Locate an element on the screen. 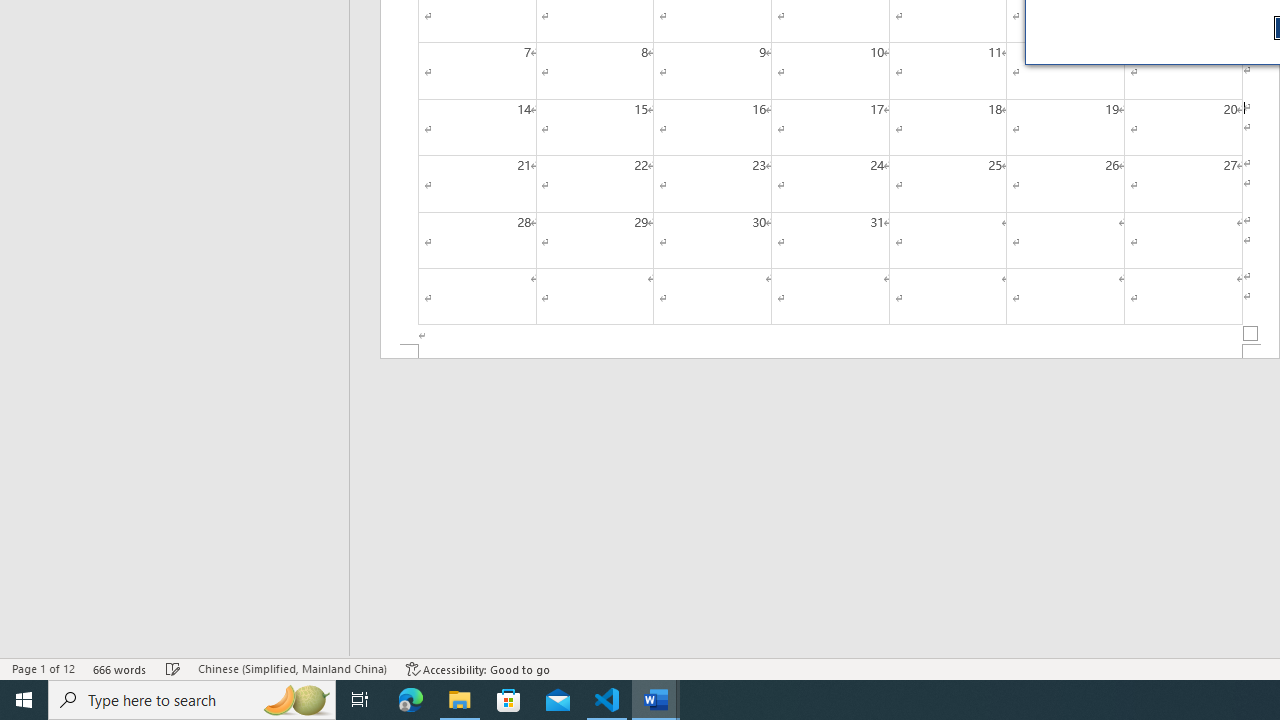 The width and height of the screenshot is (1280, 720). 'Page Number Page 1 of 12' is located at coordinates (43, 669).